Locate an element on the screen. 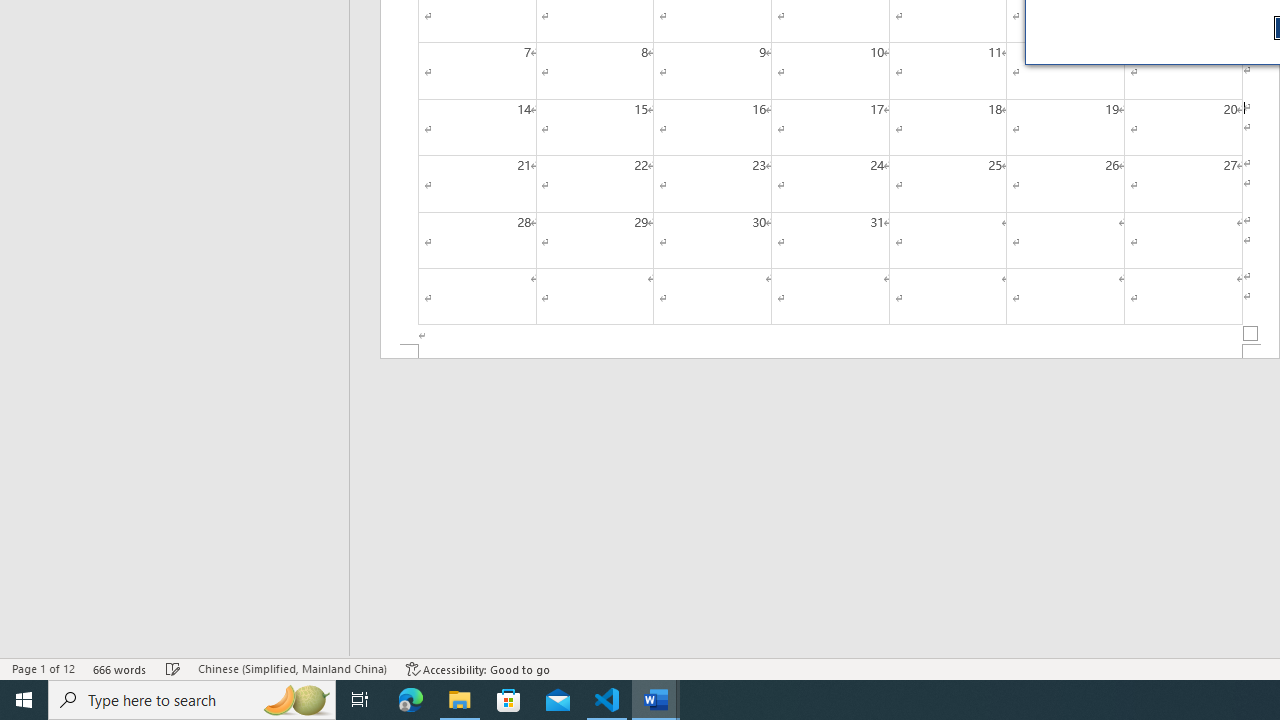 The width and height of the screenshot is (1280, 720). 'Page Number Page 1 of 12' is located at coordinates (43, 669).